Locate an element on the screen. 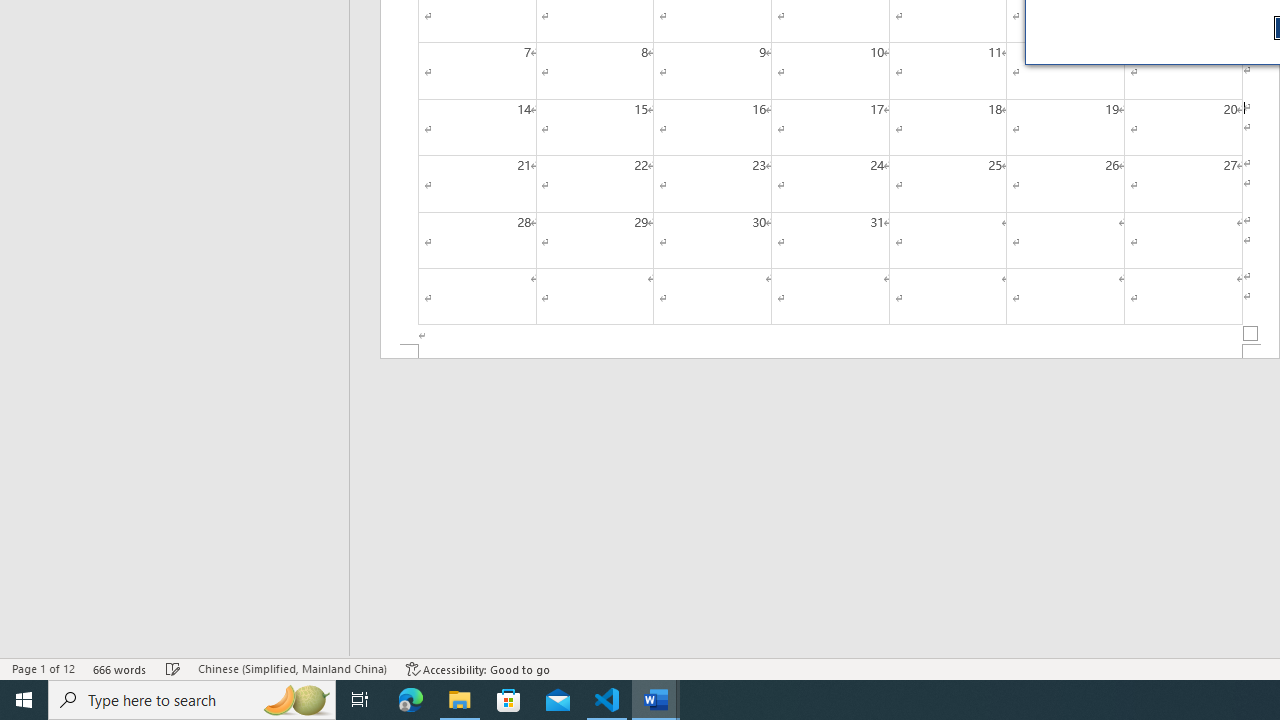 The width and height of the screenshot is (1280, 720). 'Page Number Page 1 of 12' is located at coordinates (43, 669).